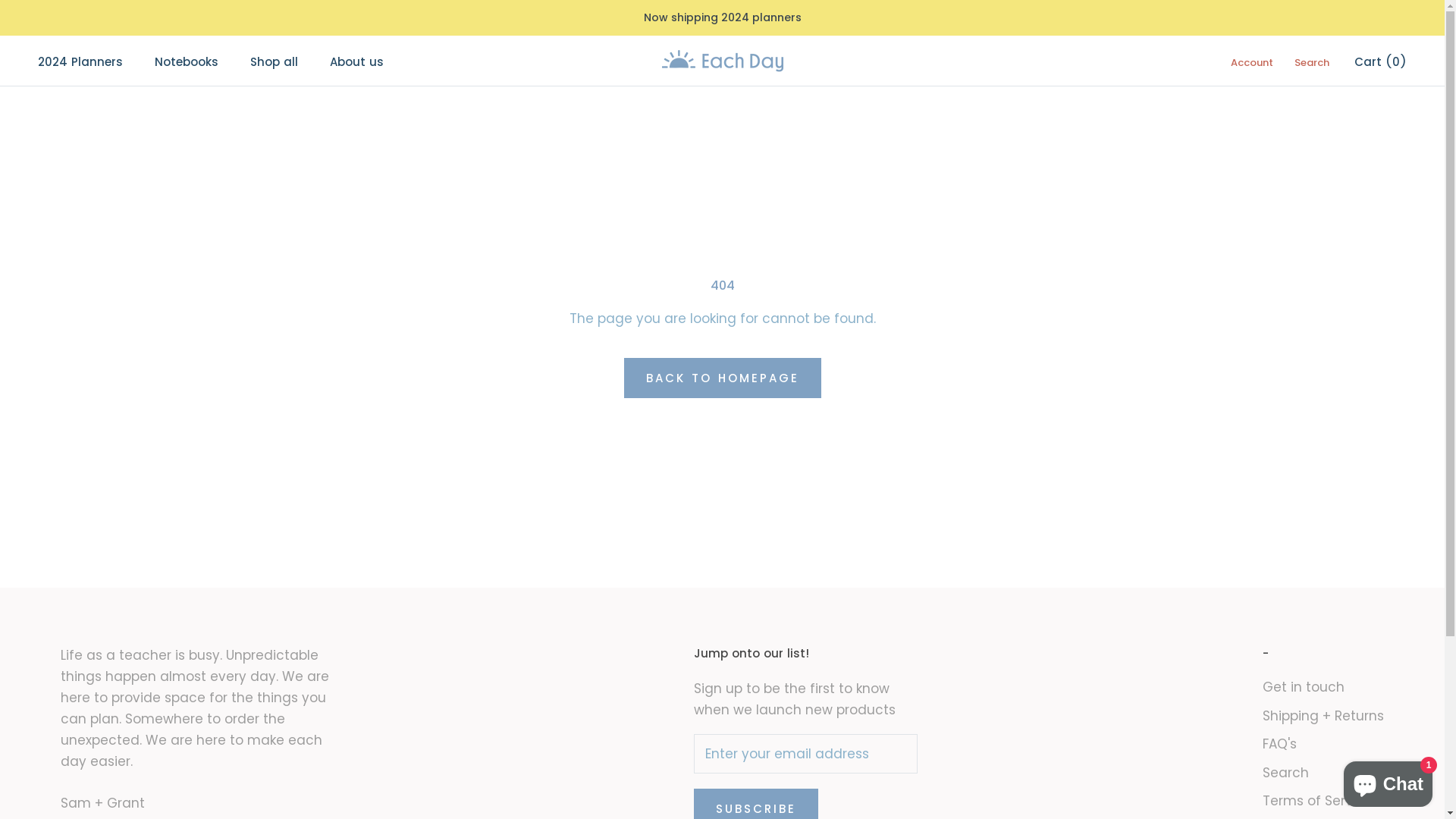 This screenshot has height=819, width=1456. What do you see at coordinates (720, 17) in the screenshot?
I see `'Now shipping 2024 planners'` at bounding box center [720, 17].